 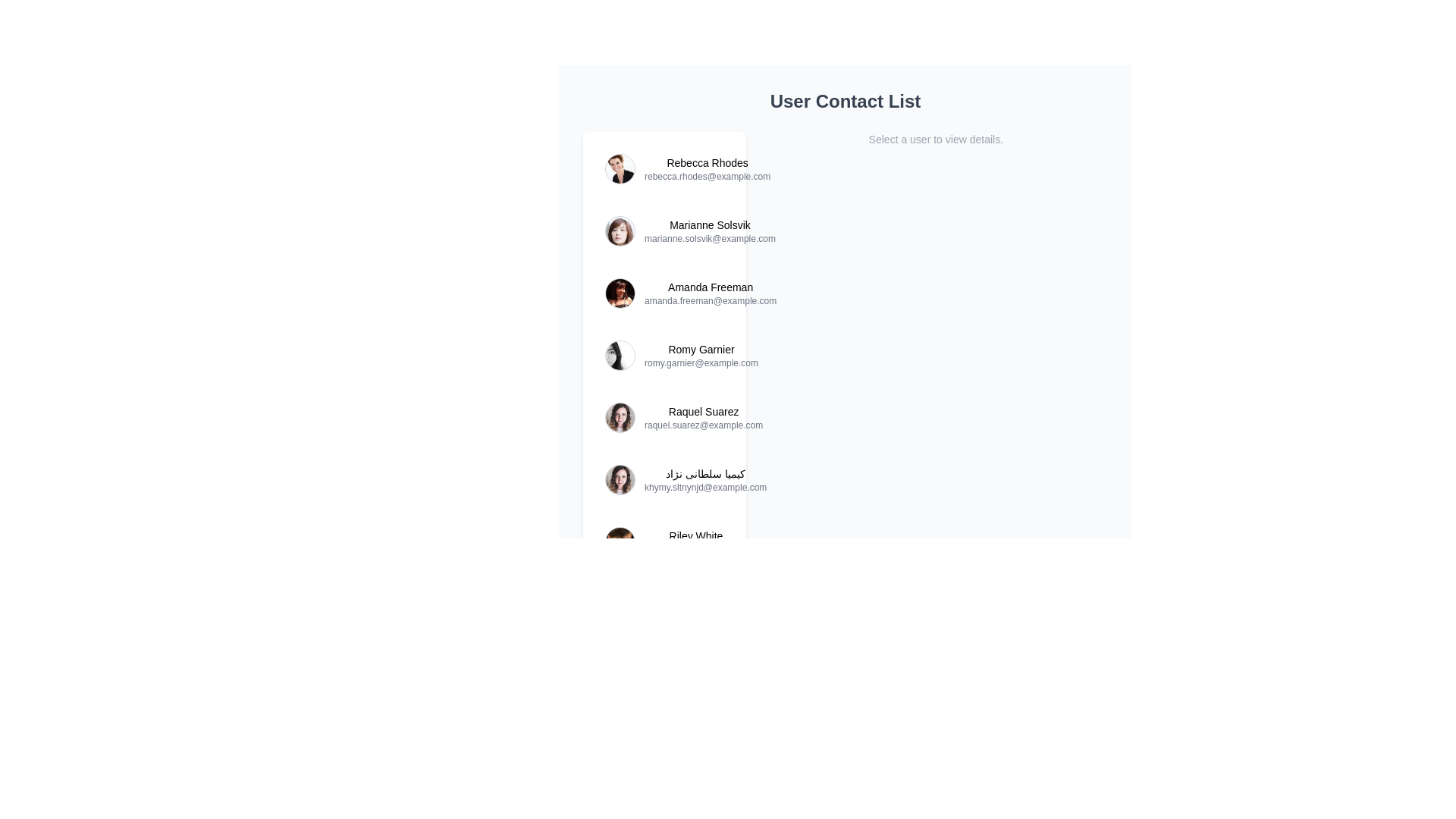 What do you see at coordinates (701, 362) in the screenshot?
I see `text value of the email address label displaying 'romy.garnier@example.com', which is positioned directly beneath the user's name 'Romy Garnier' in a vertical list of user details` at bounding box center [701, 362].